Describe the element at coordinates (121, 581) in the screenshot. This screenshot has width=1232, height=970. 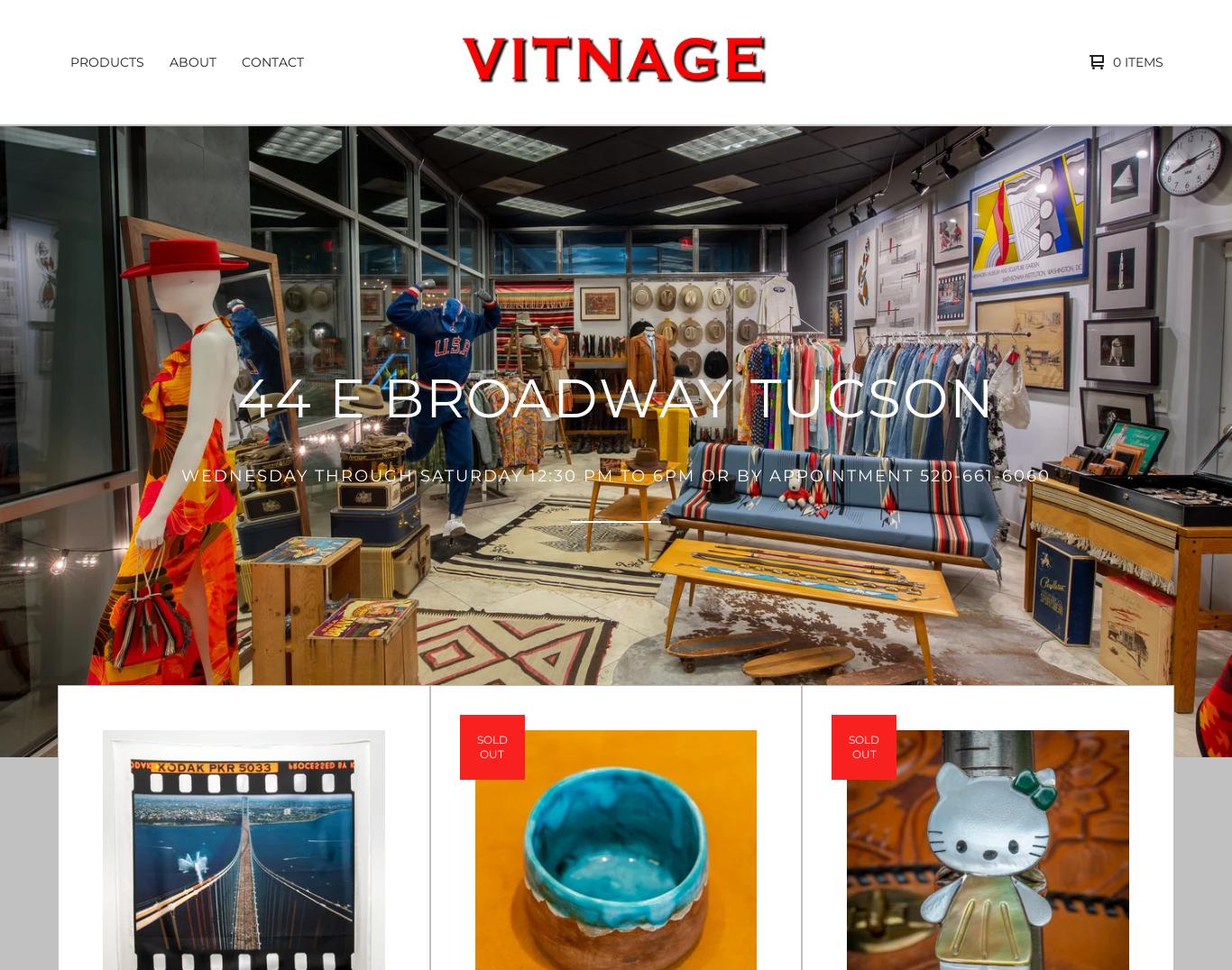
I see `'Vintage NASA'` at that location.